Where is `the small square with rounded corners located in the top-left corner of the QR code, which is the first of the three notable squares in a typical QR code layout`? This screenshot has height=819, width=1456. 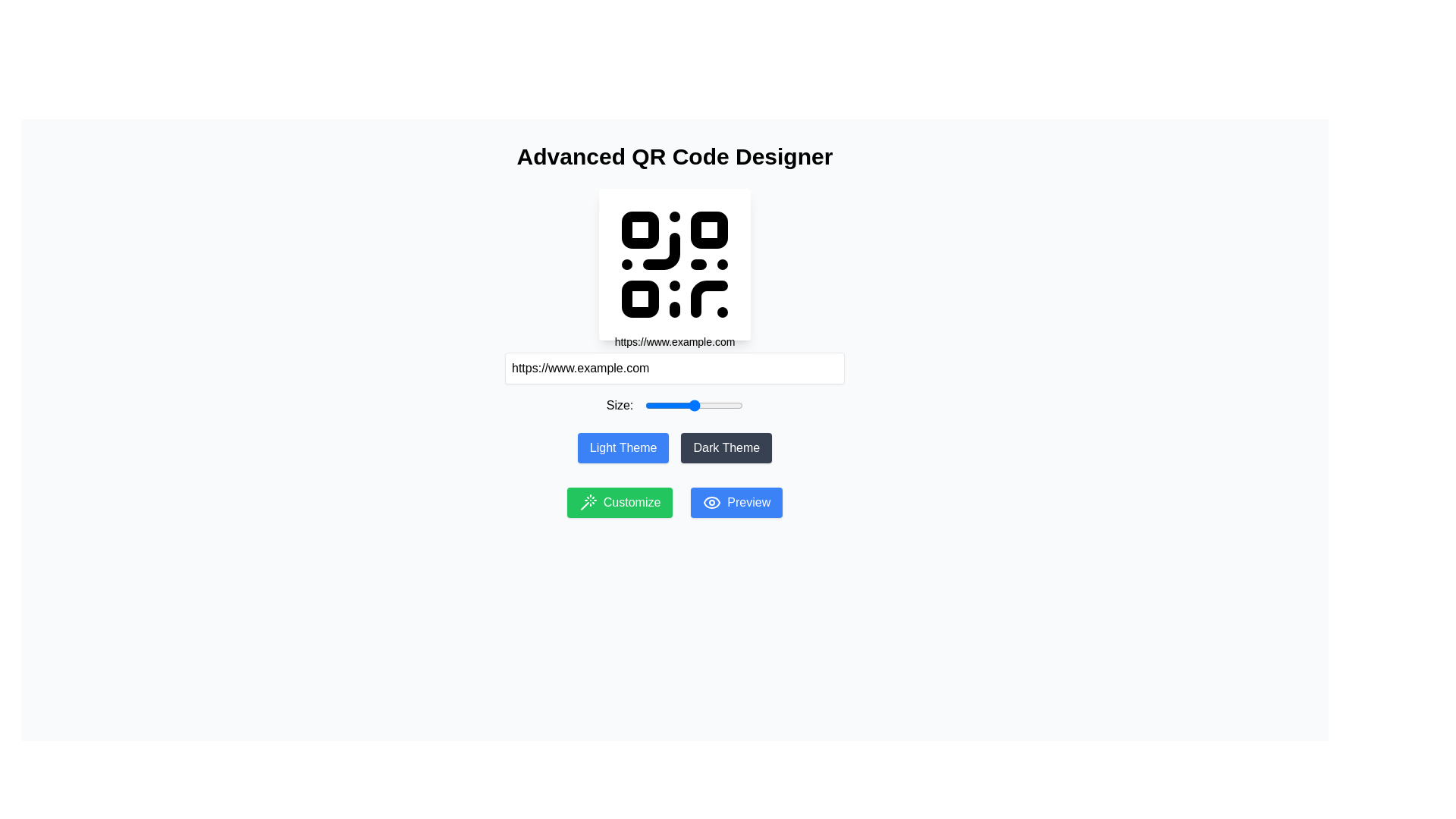
the small square with rounded corners located in the top-left corner of the QR code, which is the first of the three notable squares in a typical QR code layout is located at coordinates (640, 230).